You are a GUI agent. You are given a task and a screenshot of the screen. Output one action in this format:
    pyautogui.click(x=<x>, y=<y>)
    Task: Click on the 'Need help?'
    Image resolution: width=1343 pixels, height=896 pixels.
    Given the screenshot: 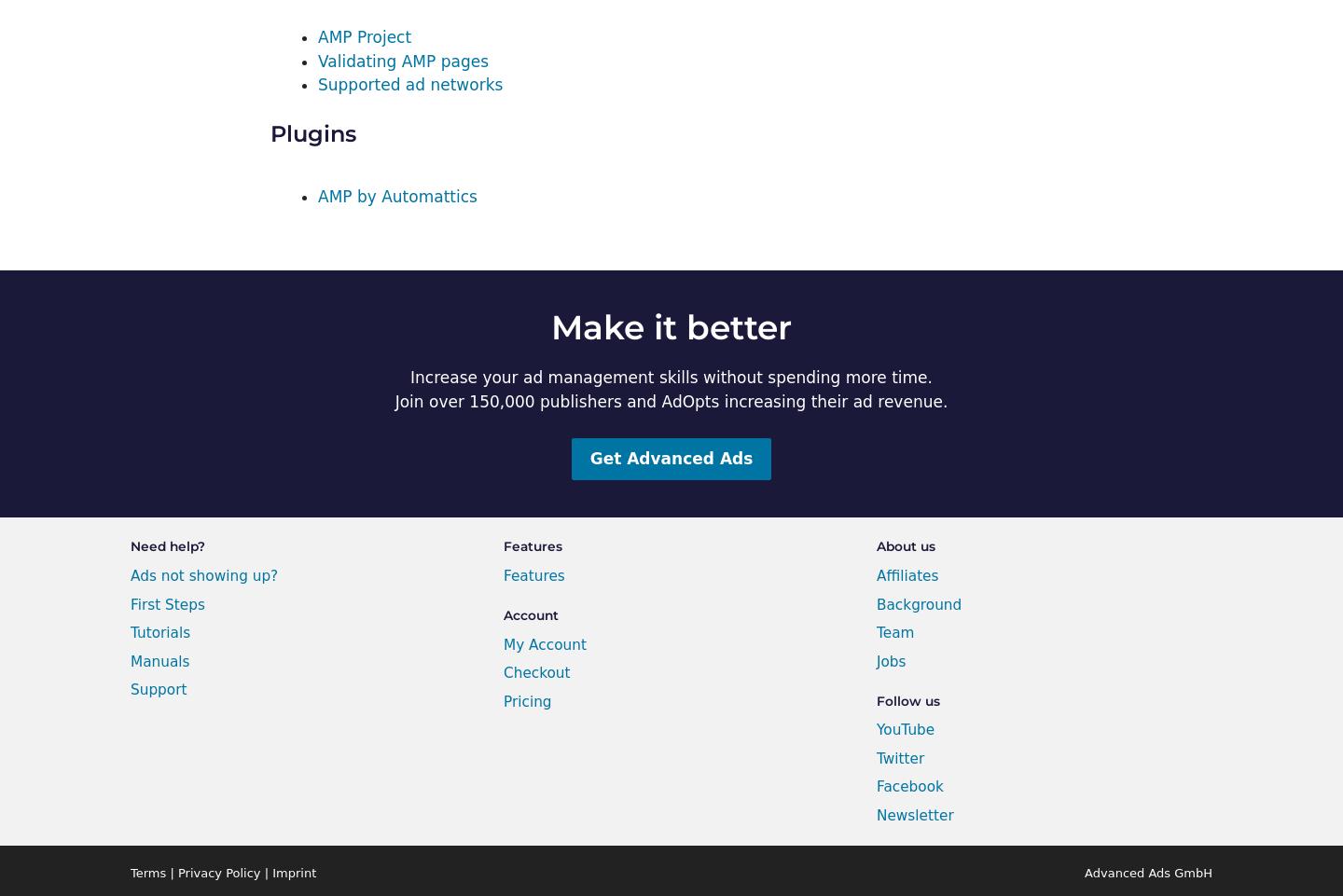 What is the action you would take?
    pyautogui.click(x=167, y=545)
    